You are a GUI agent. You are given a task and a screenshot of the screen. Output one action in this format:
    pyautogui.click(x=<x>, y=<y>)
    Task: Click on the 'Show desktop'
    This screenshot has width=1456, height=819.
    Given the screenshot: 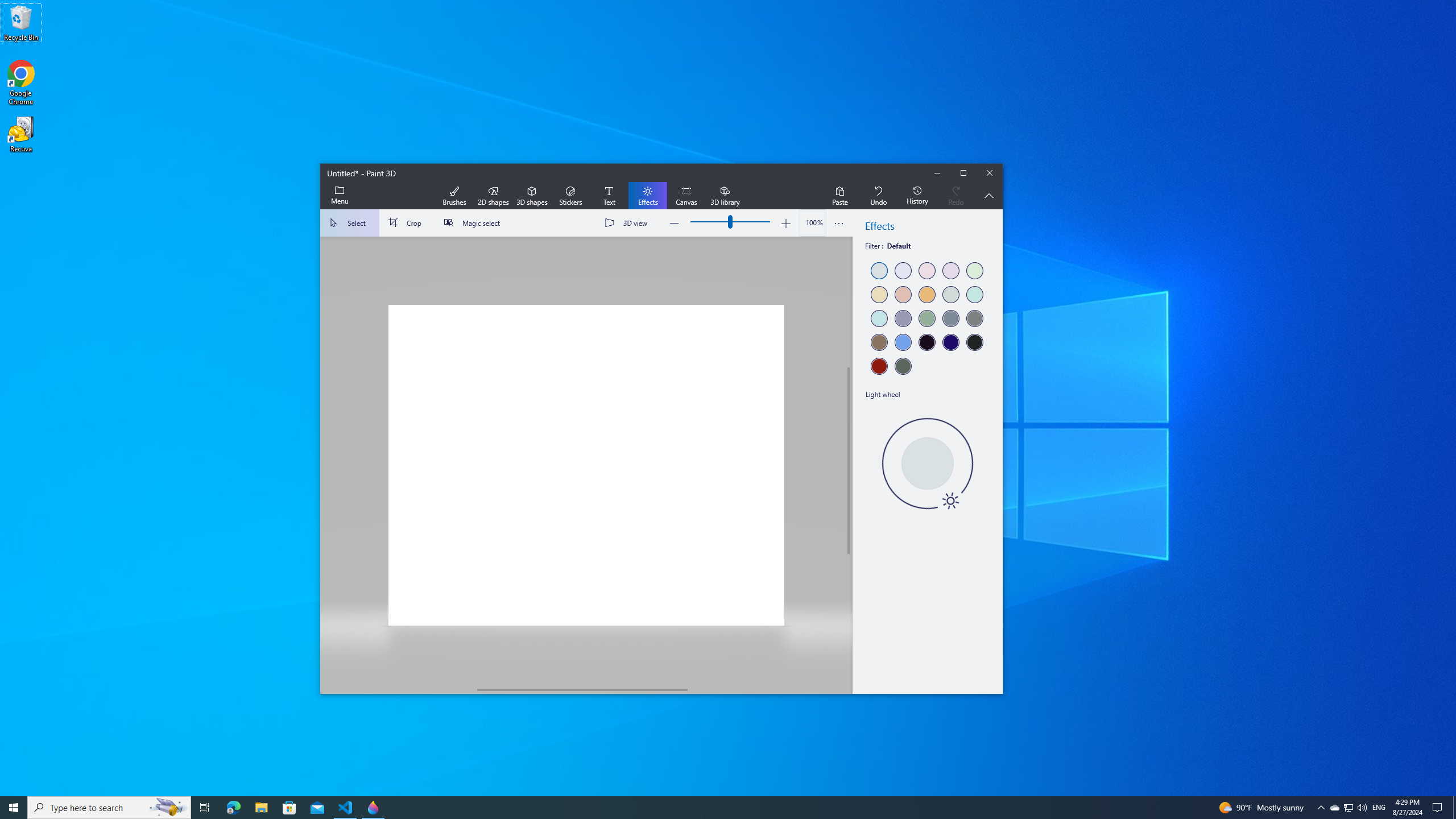 What is the action you would take?
    pyautogui.click(x=1454, y=806)
    